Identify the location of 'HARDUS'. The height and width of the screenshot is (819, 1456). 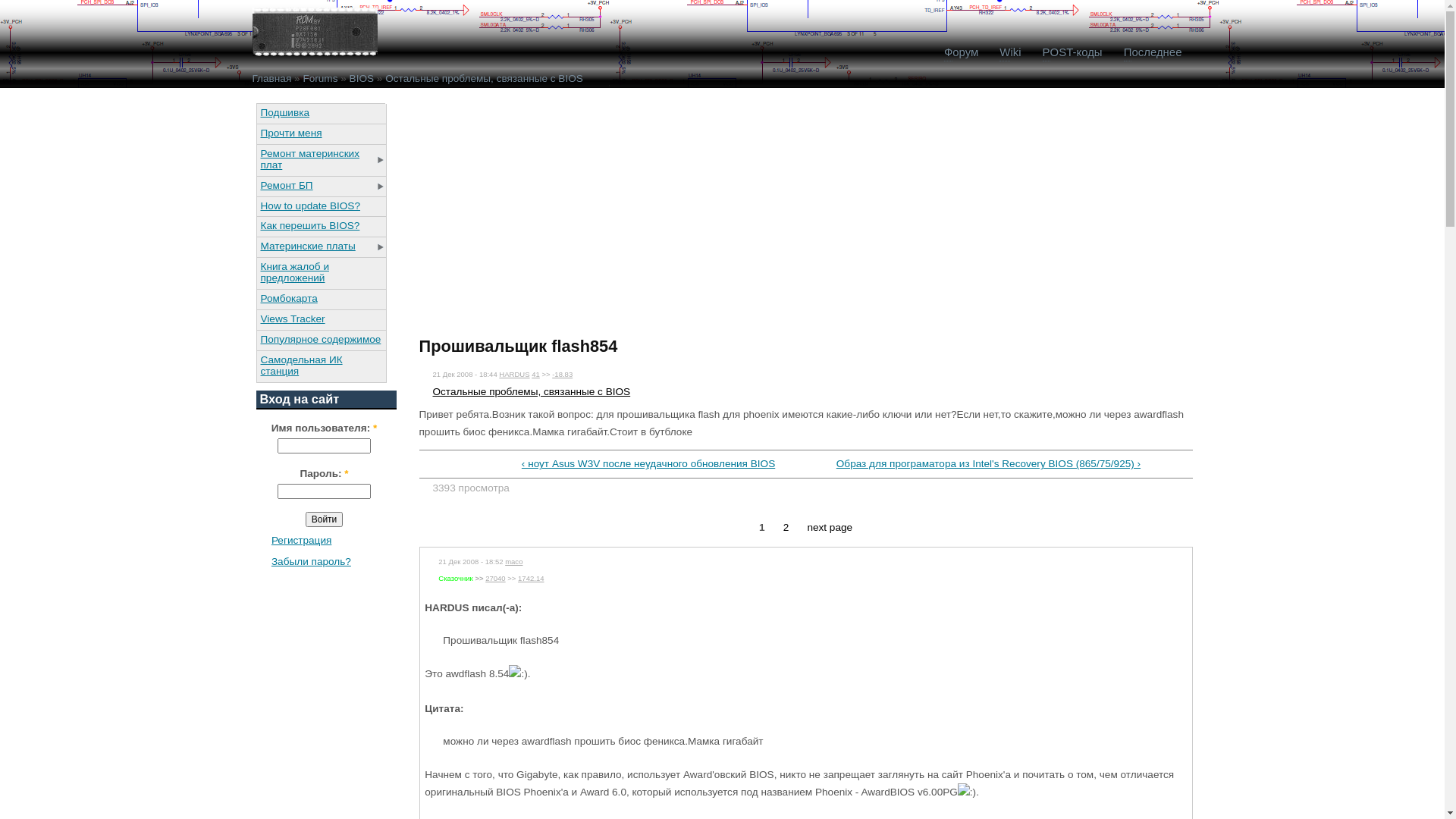
(513, 374).